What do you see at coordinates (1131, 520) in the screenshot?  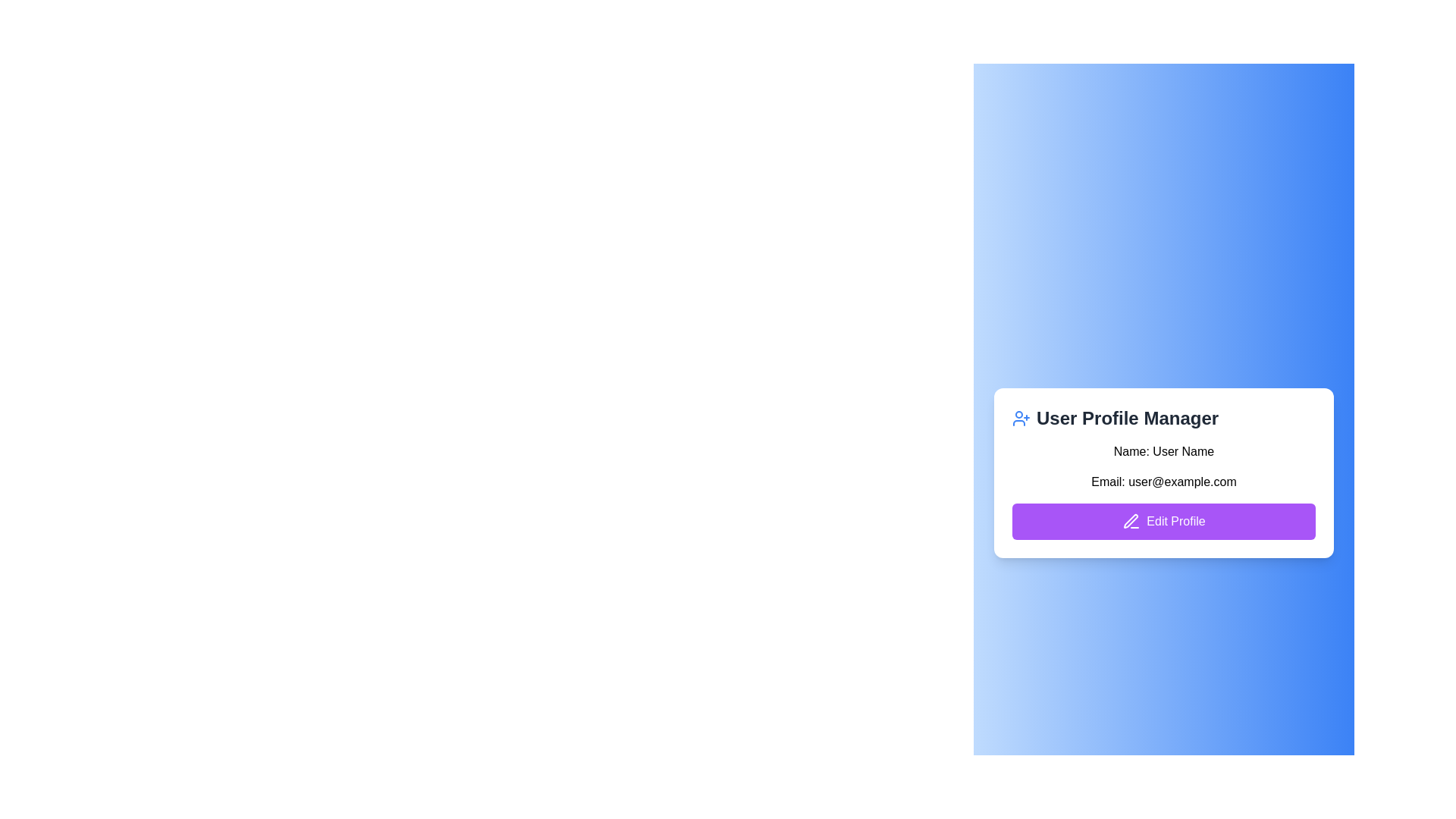 I see `the SVG icon that serves as a visual indicator for the 'Edit Profile' functionality, located to the left of the button labeled 'Edit Profile'` at bounding box center [1131, 520].